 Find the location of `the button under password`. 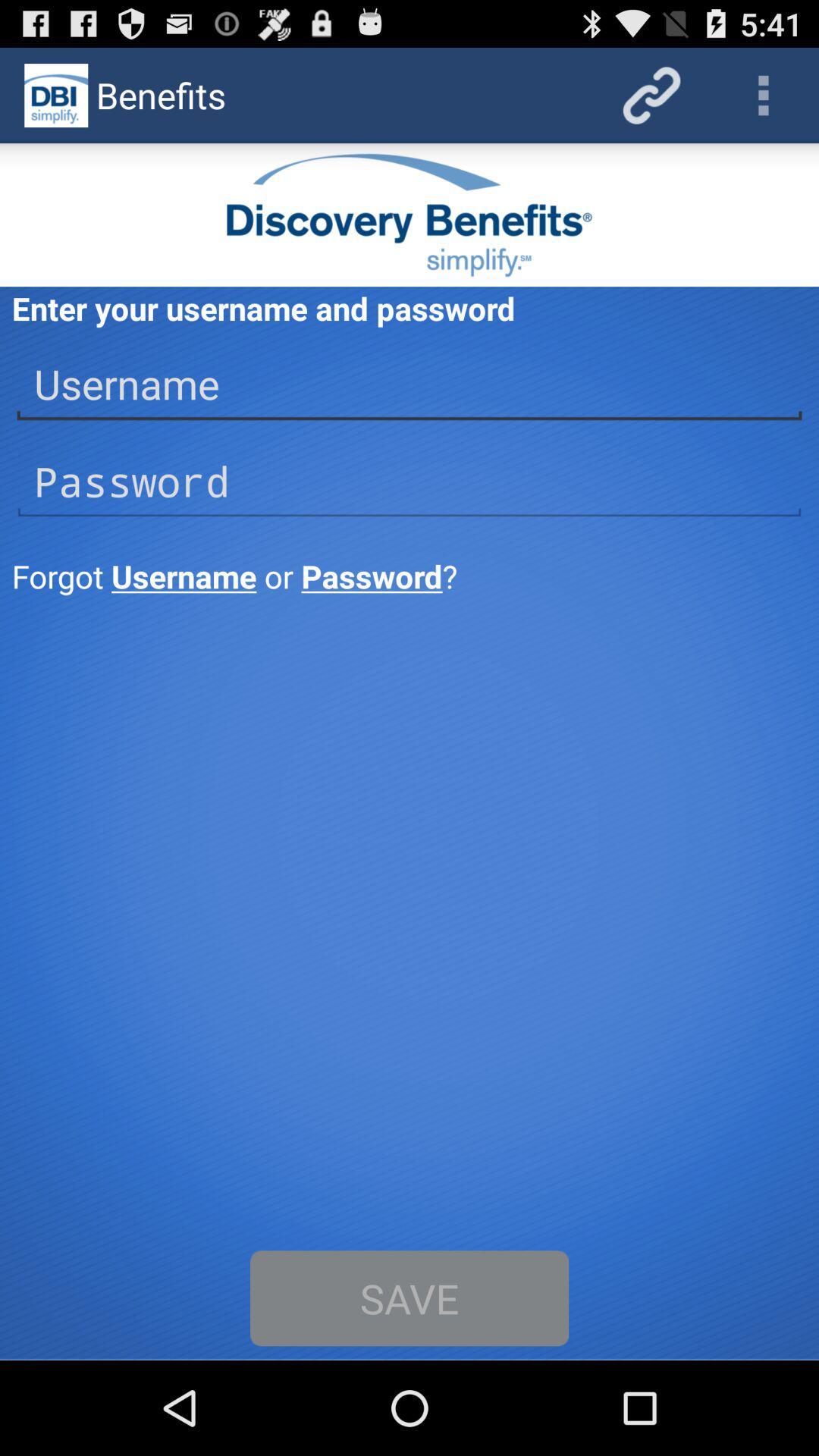

the button under password is located at coordinates (410, 575).